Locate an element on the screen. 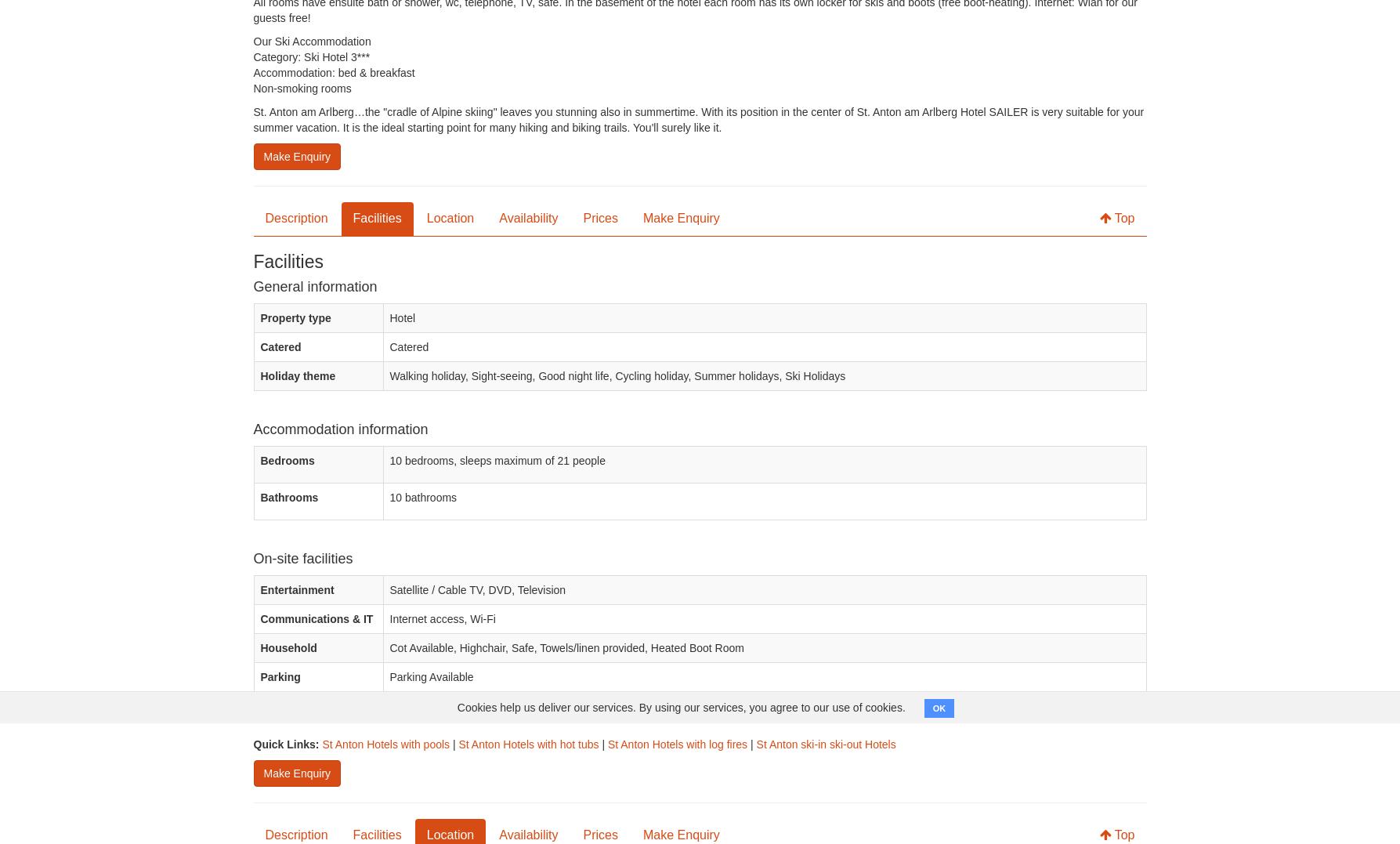 This screenshot has width=1400, height=844. 'Hotel' is located at coordinates (402, 318).